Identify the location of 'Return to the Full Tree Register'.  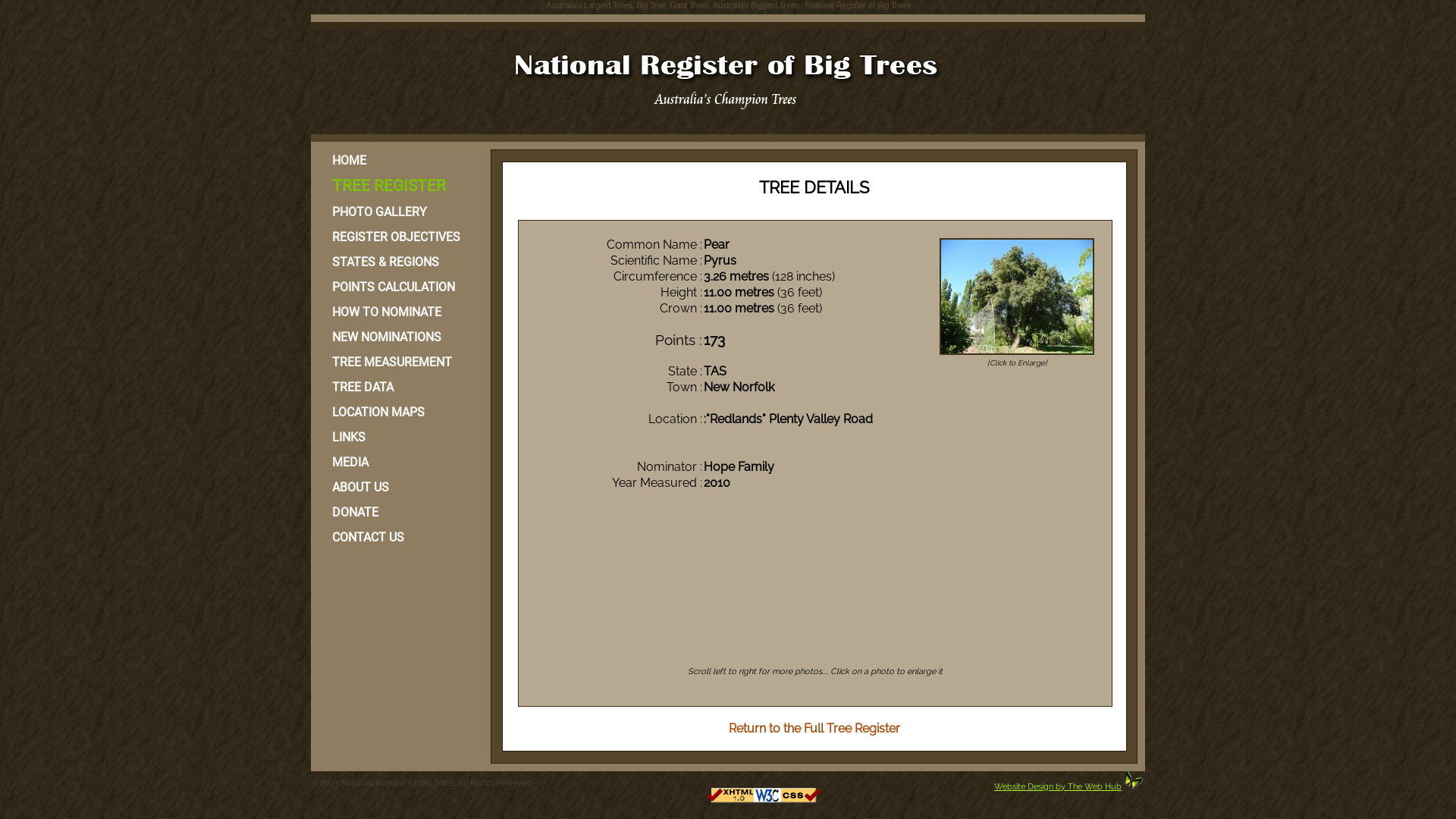
(728, 727).